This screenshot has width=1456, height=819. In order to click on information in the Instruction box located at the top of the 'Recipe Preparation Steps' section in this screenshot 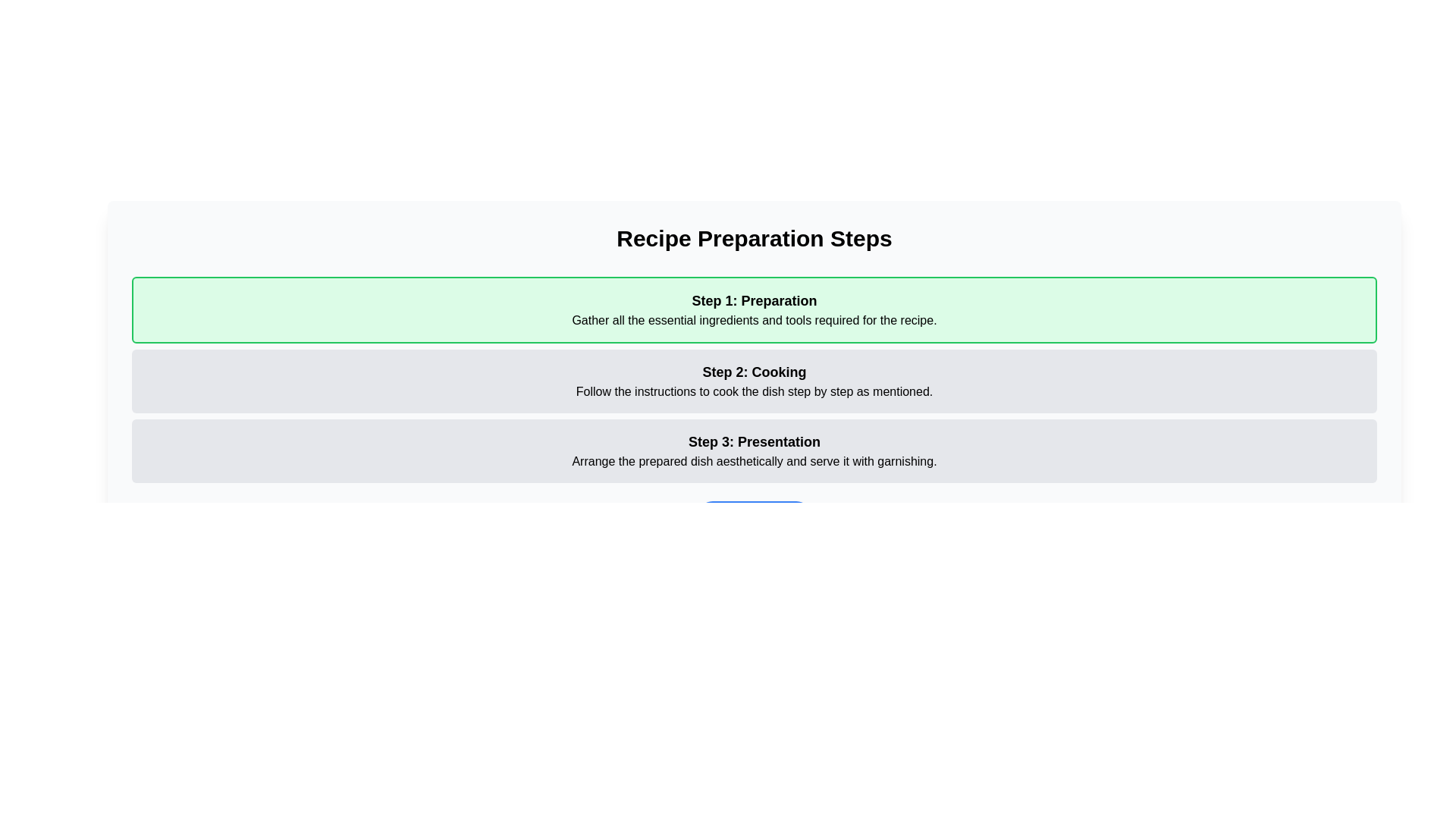, I will do `click(754, 309)`.